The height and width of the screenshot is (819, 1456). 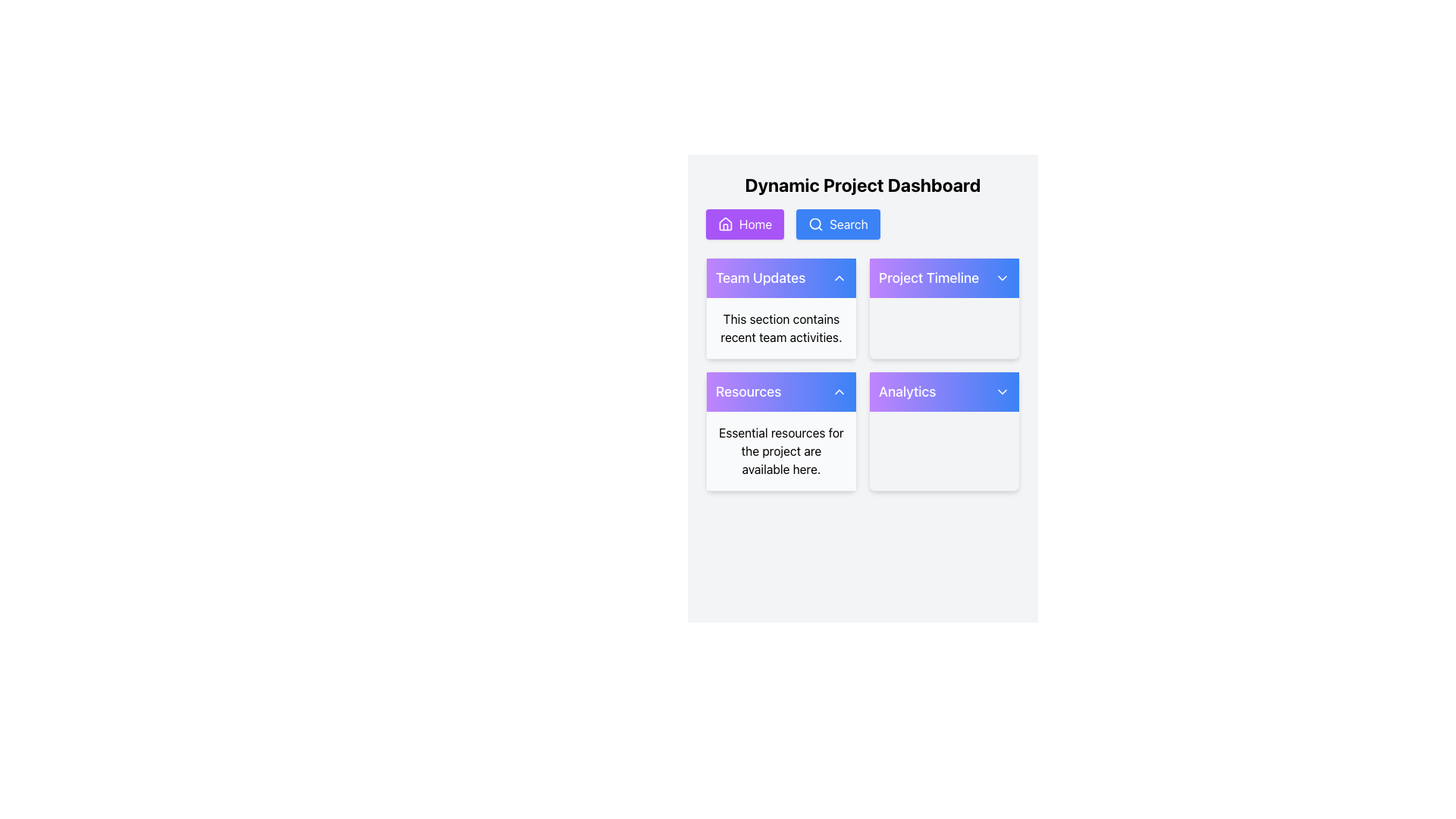 What do you see at coordinates (837, 224) in the screenshot?
I see `the search button located to the right of the 'Home' button` at bounding box center [837, 224].